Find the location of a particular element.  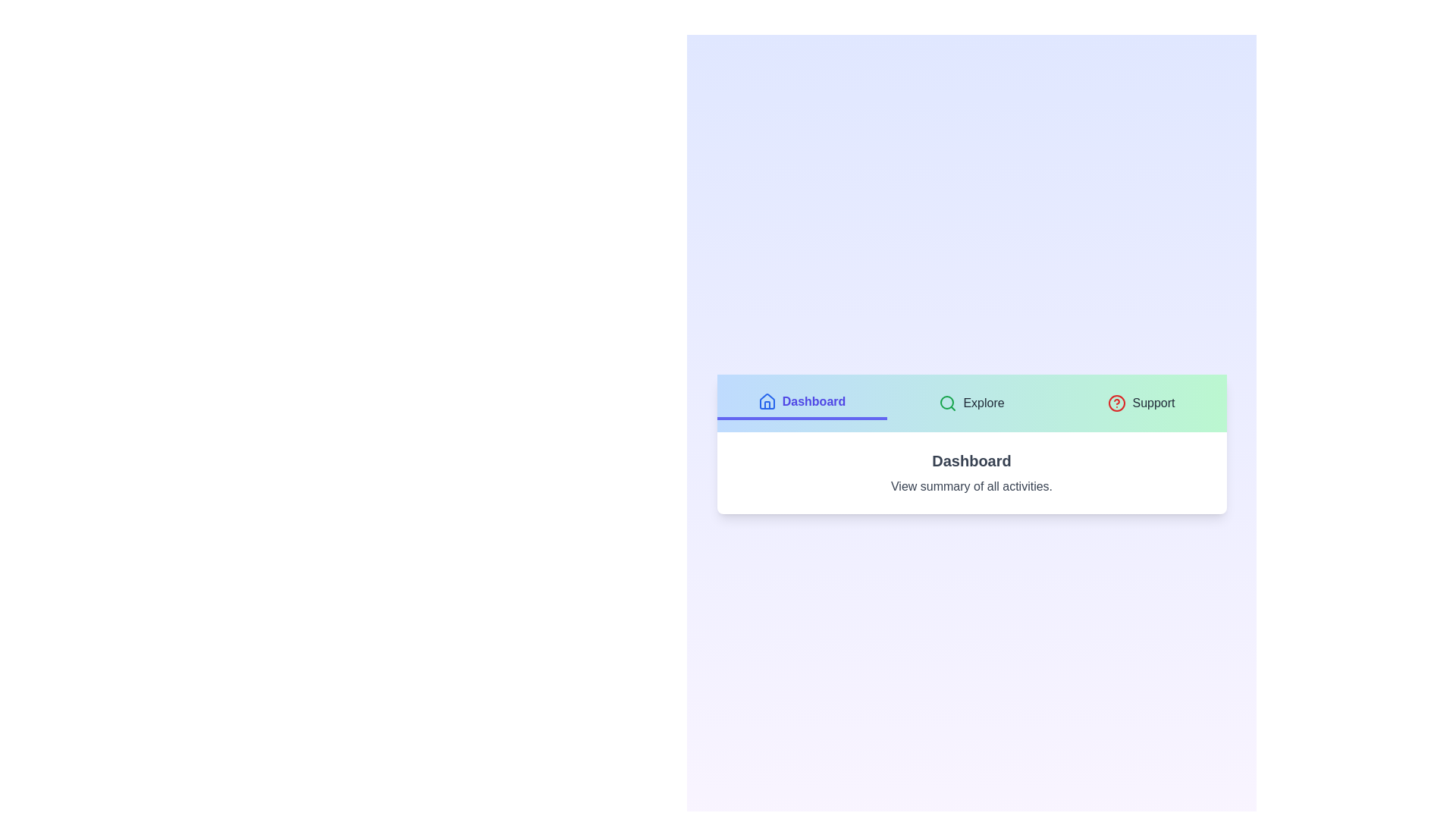

the tab Support in the VibrantTabs component is located at coordinates (1141, 403).